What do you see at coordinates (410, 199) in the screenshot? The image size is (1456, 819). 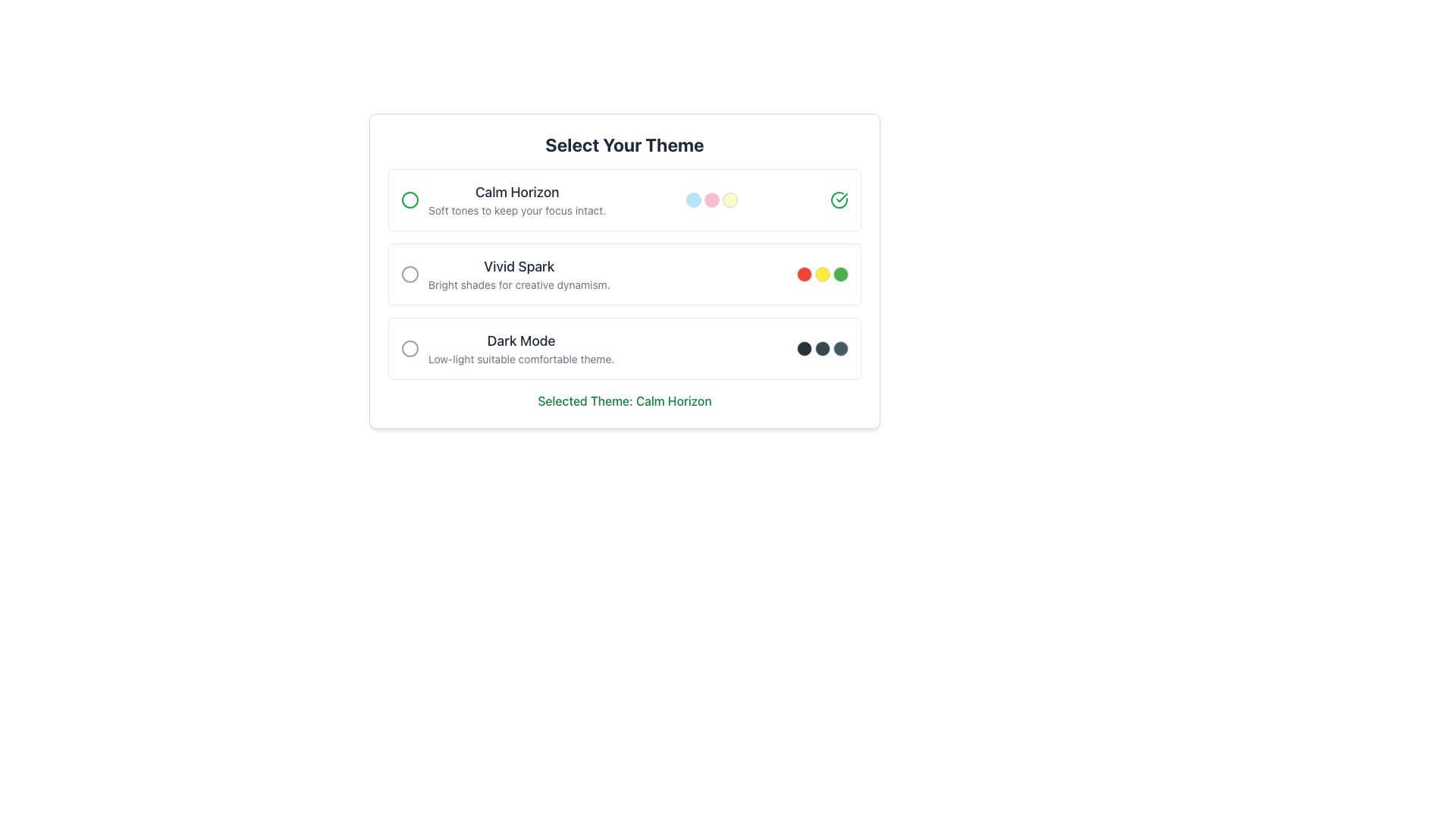 I see `the circular icon located at the top-left corner of the 'Calm Horizon' theme option` at bounding box center [410, 199].